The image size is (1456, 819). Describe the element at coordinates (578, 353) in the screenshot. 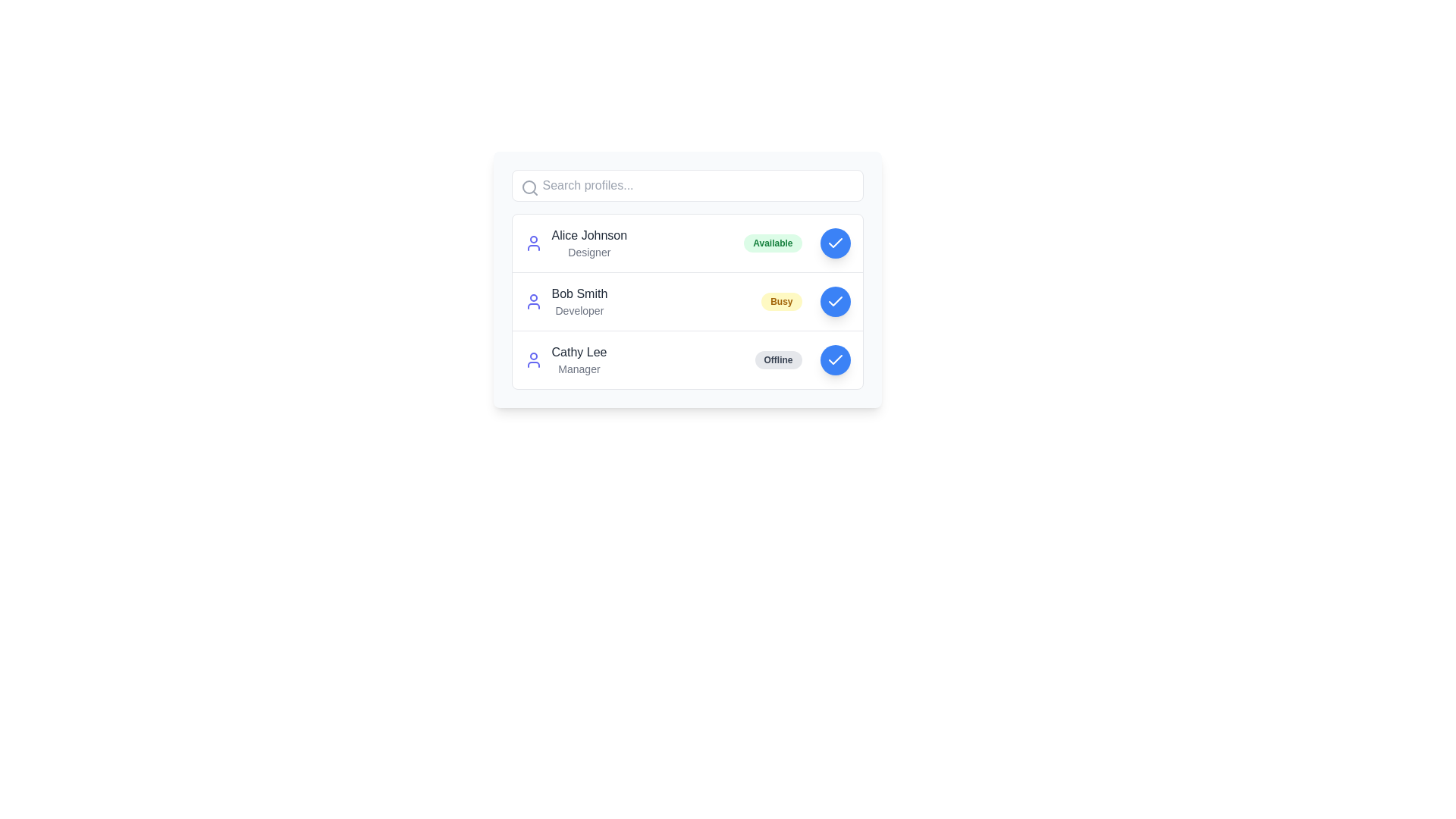

I see `the label that identifies the individual associated with the user profile card located in the third position of a vertically stacked list, situated above the title 'Manager'` at that location.